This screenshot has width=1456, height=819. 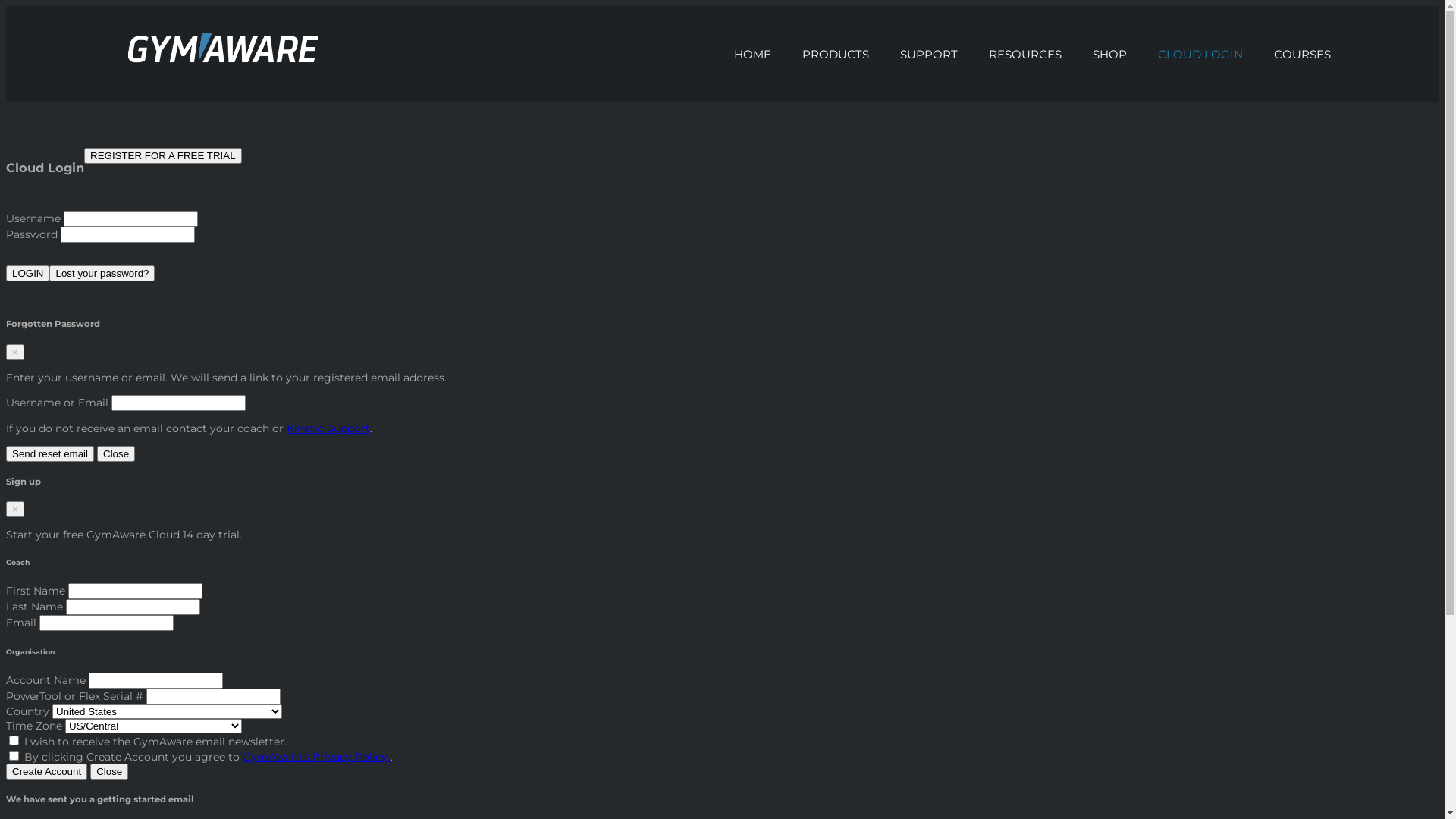 What do you see at coordinates (1143, 53) in the screenshot?
I see `'CLOUD LOGIN'` at bounding box center [1143, 53].